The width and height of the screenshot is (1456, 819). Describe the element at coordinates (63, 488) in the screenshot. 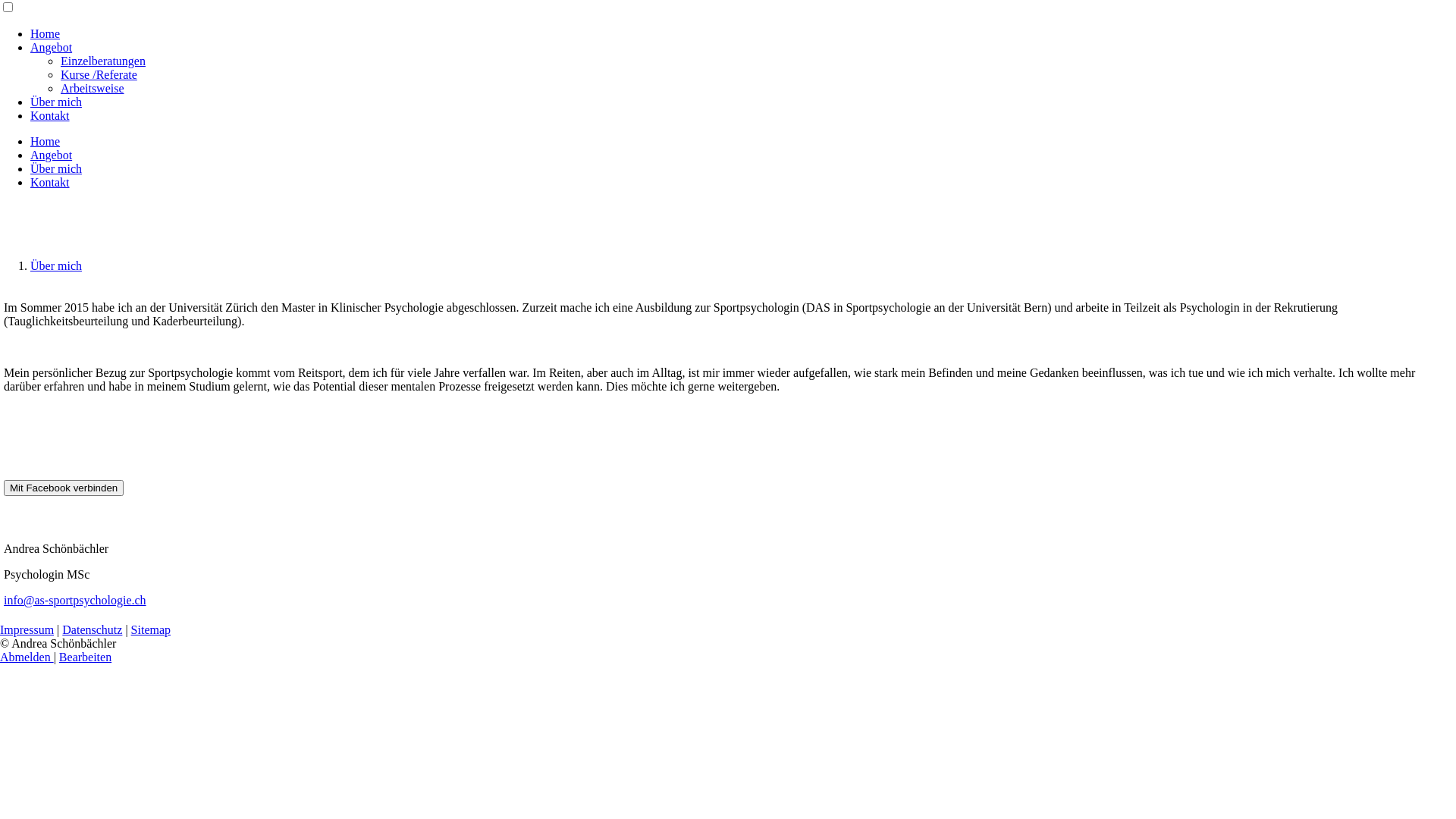

I see `'Mit Facebook verbinden'` at that location.